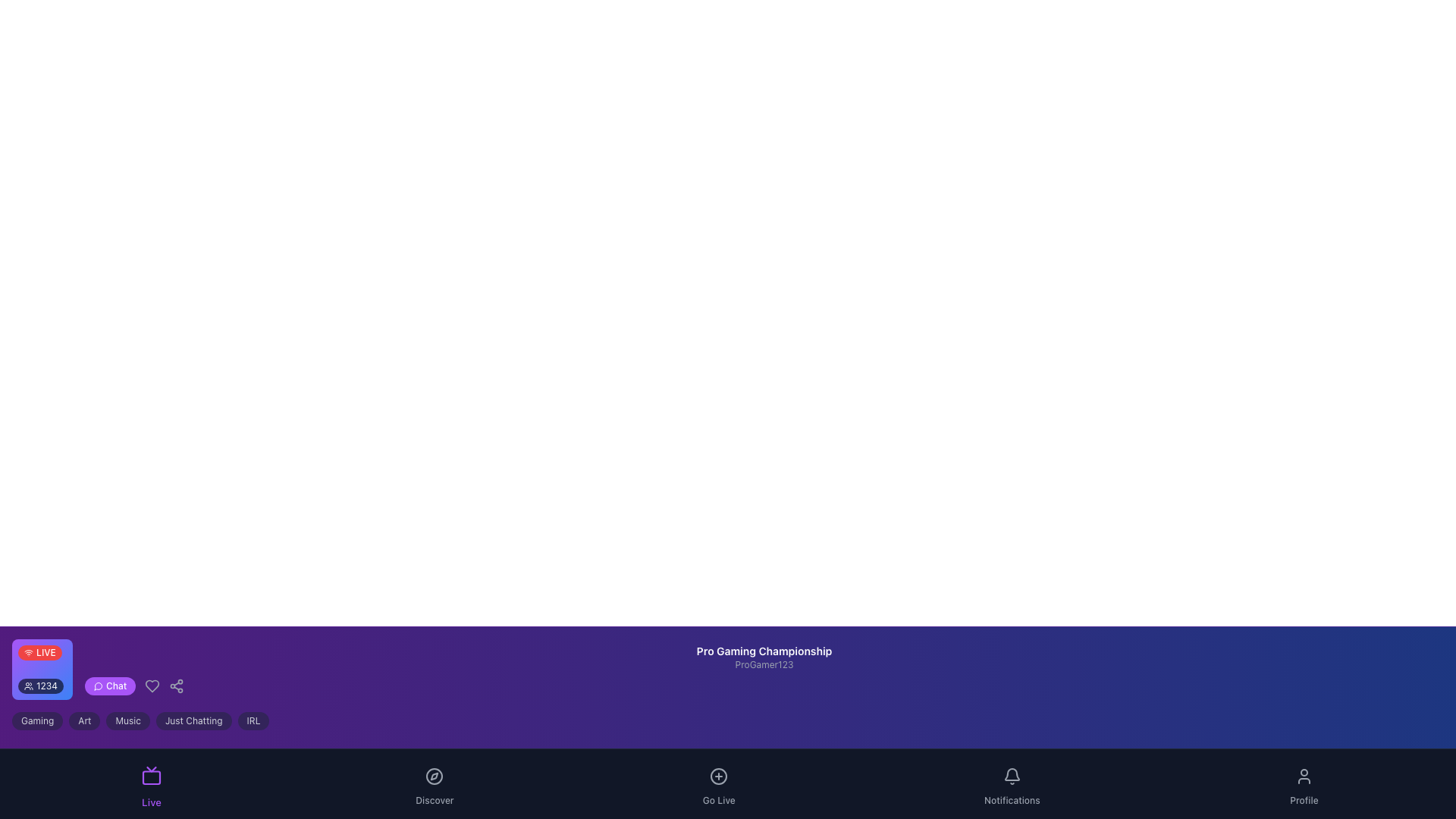 This screenshot has width=1456, height=819. Describe the element at coordinates (1012, 800) in the screenshot. I see `the 'Notifications' text label located centrally in the navigation bar, beneath the bell icon` at that location.